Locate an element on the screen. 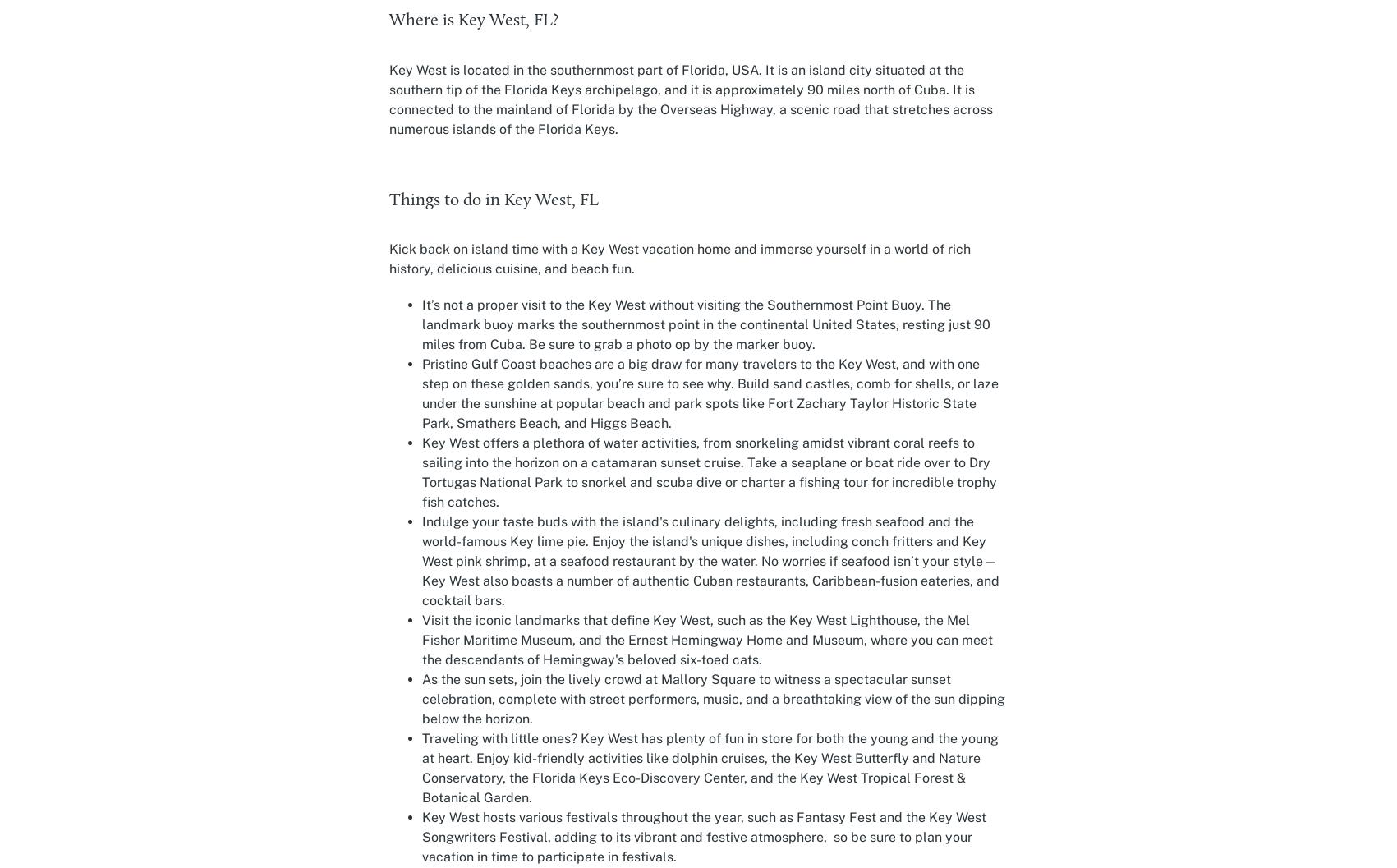 This screenshot has width=1397, height=868. 'Things to do in Key West, FL' is located at coordinates (493, 199).